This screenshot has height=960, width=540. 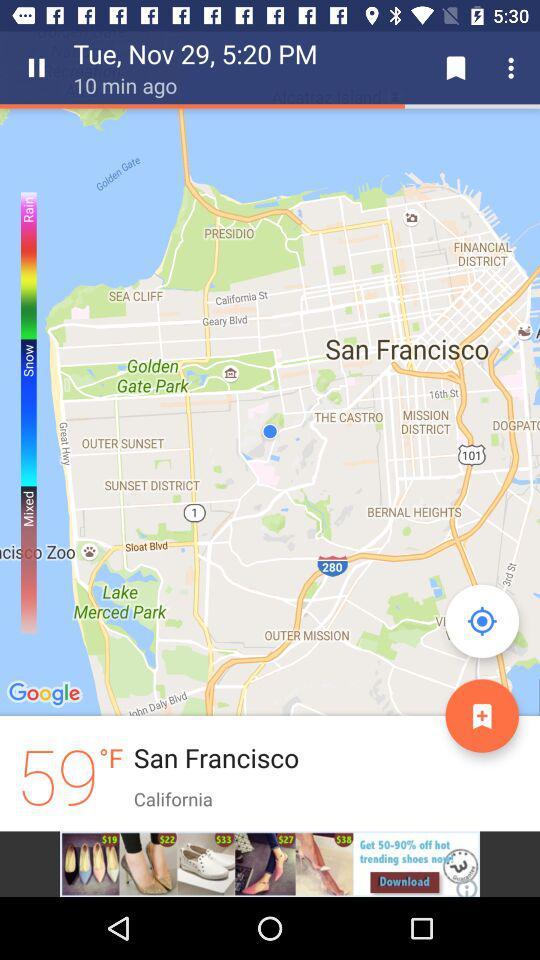 I want to click on location icon, so click(x=481, y=620).